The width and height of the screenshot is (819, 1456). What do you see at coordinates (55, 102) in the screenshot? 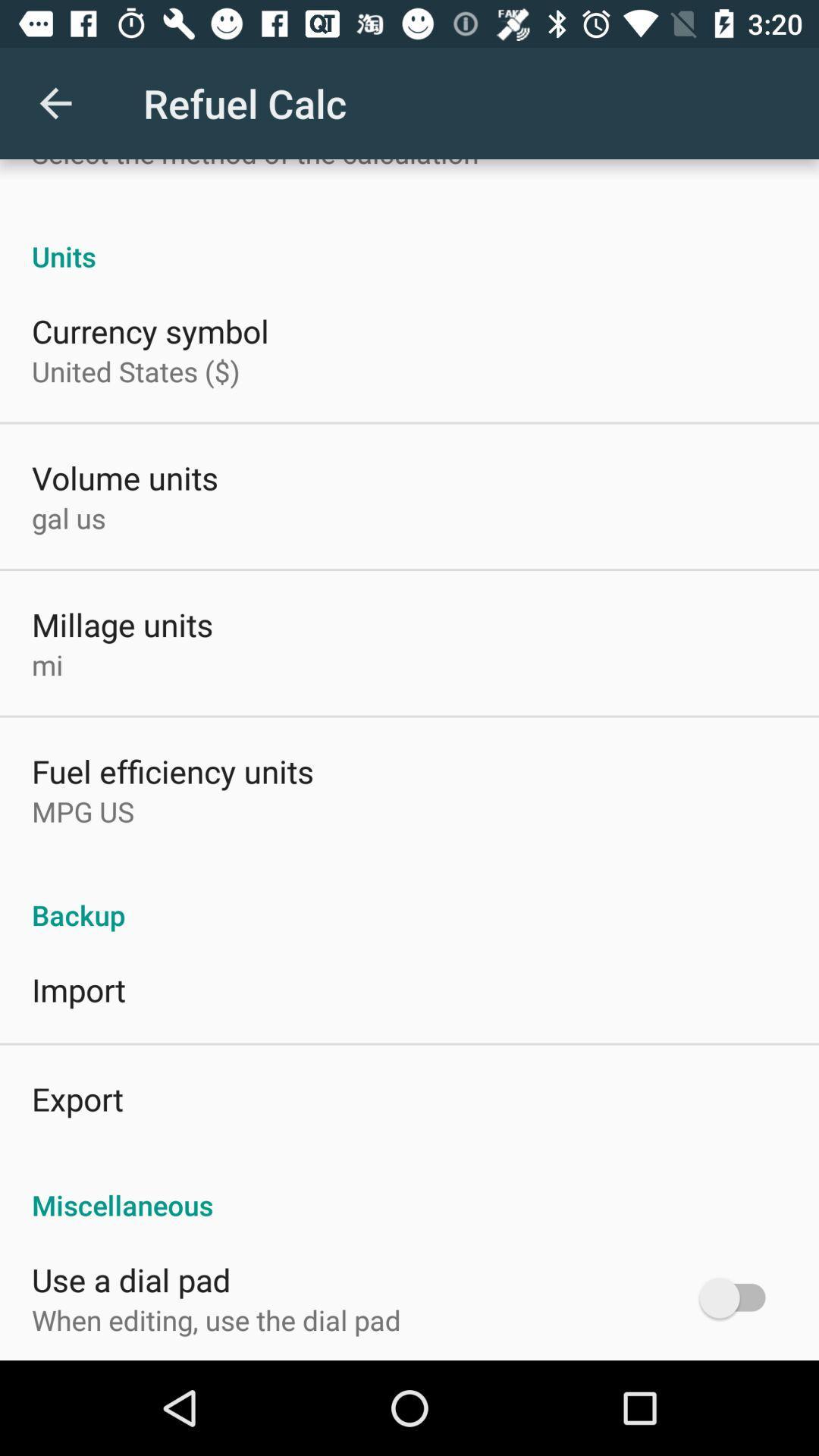
I see `app above the select the method` at bounding box center [55, 102].